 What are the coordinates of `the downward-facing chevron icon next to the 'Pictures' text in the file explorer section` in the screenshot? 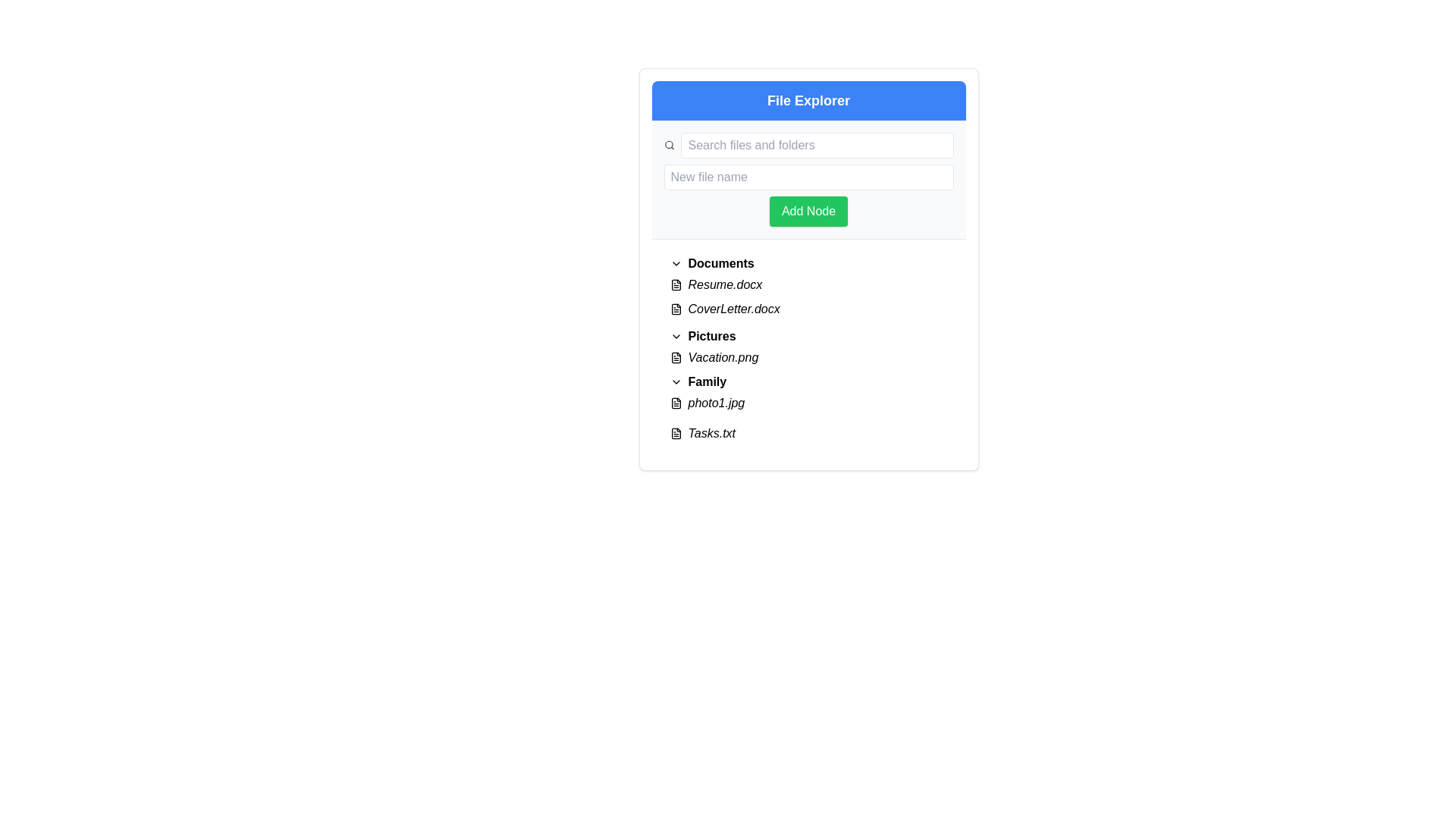 It's located at (675, 335).